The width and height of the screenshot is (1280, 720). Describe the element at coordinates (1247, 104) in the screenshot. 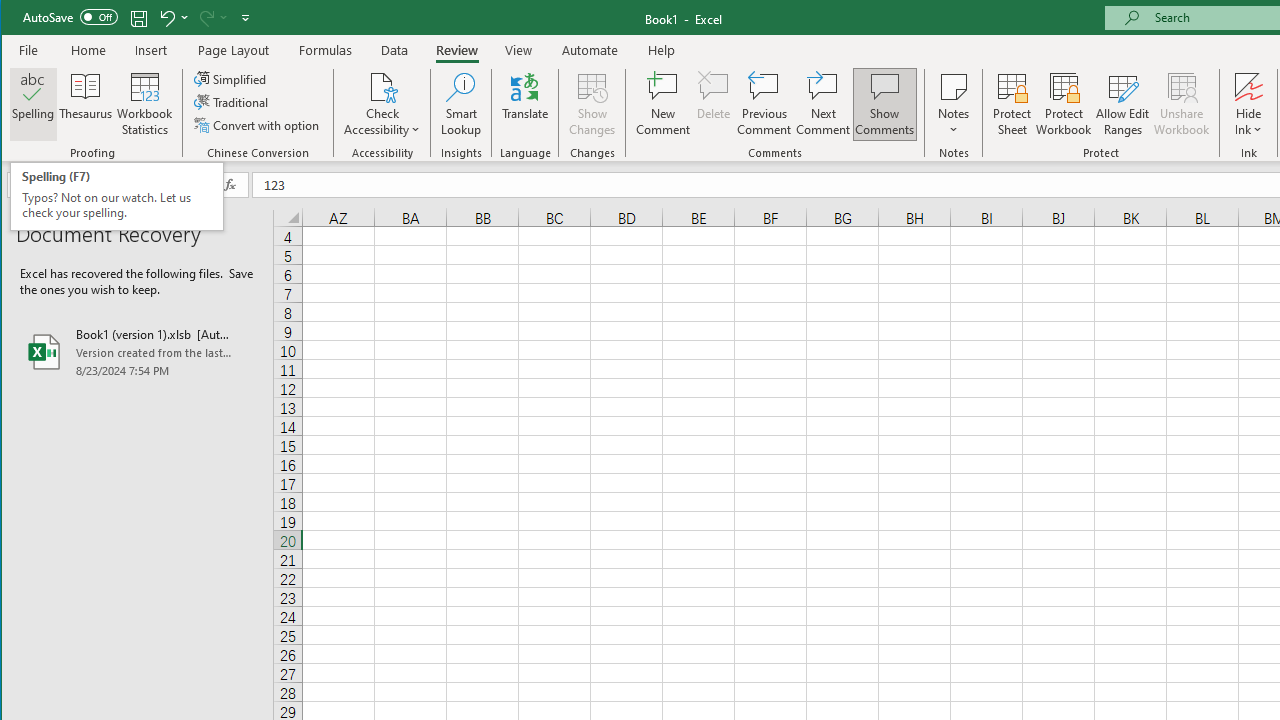

I see `'Hide Ink'` at that location.